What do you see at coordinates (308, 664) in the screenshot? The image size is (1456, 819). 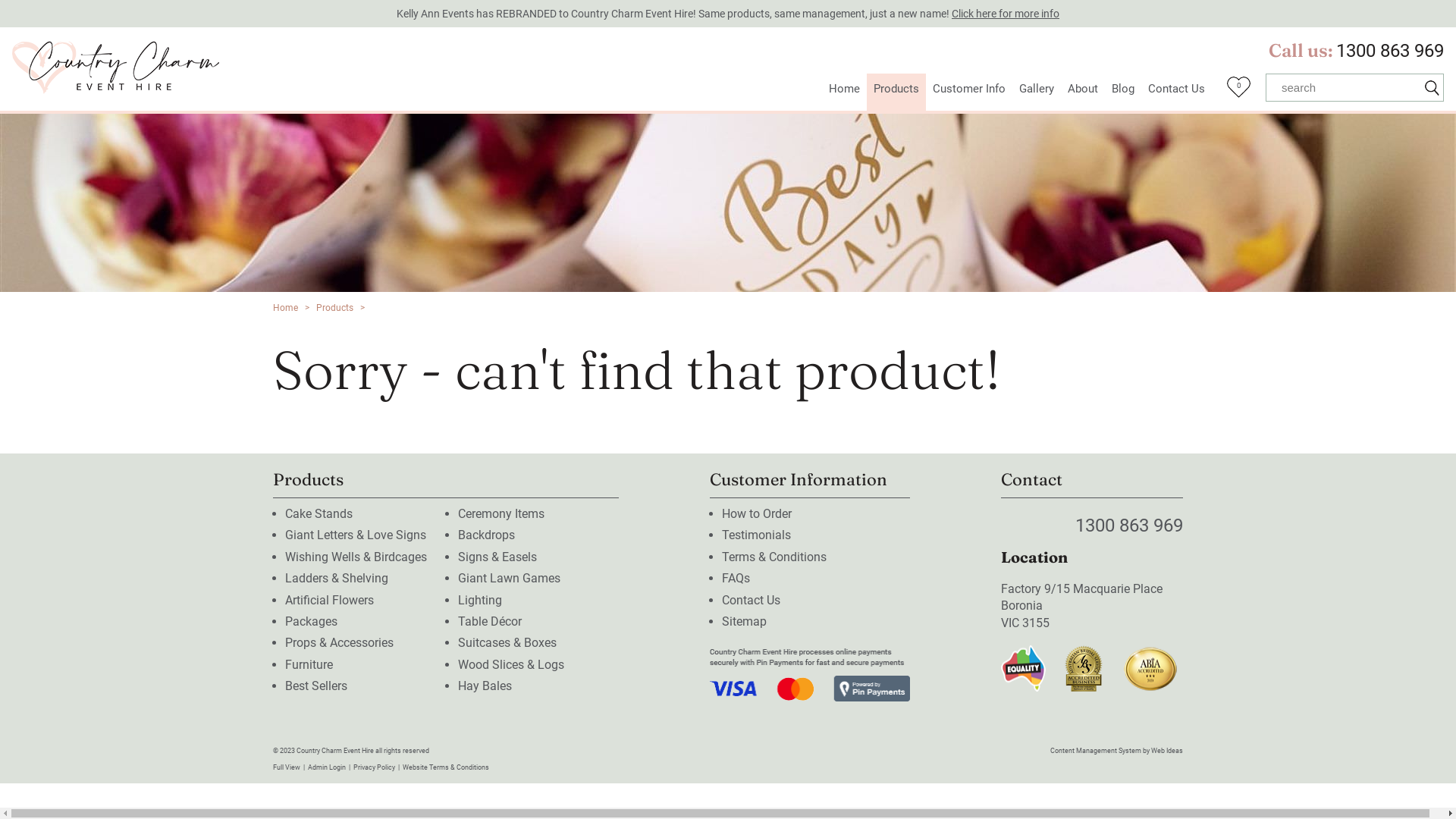 I see `'Furniture'` at bounding box center [308, 664].